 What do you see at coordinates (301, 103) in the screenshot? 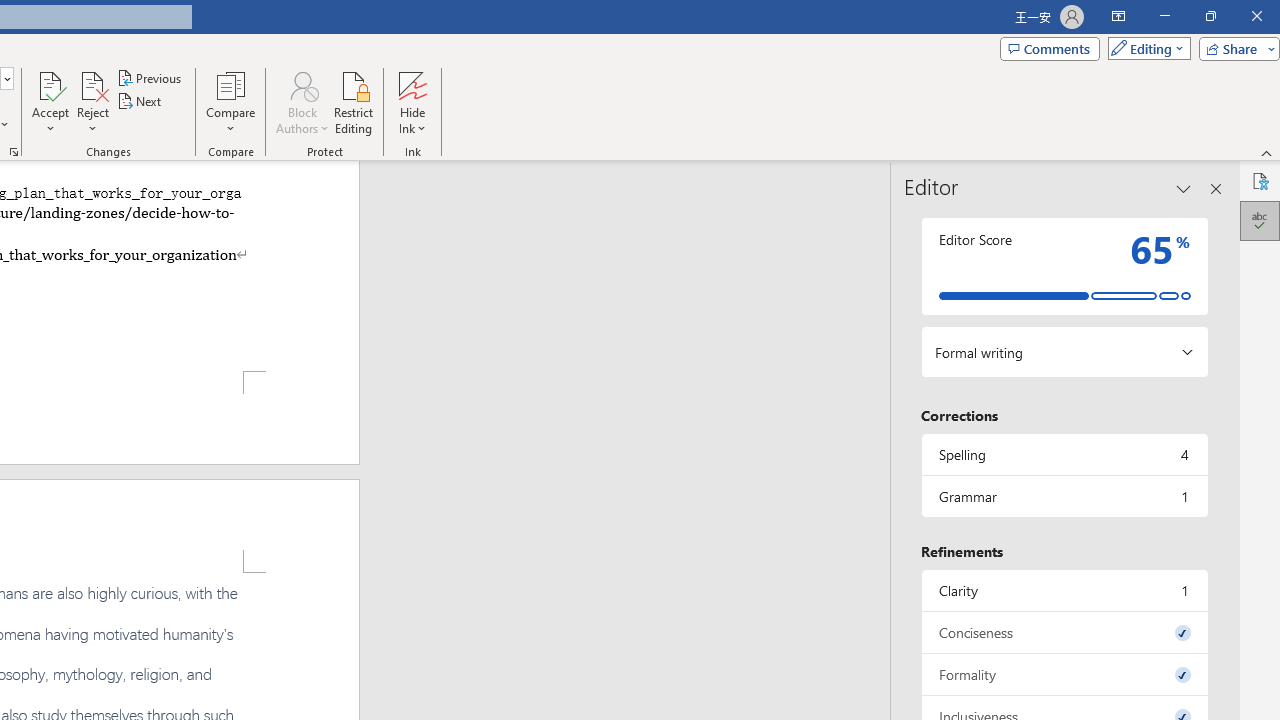
I see `'Block Authors'` at bounding box center [301, 103].